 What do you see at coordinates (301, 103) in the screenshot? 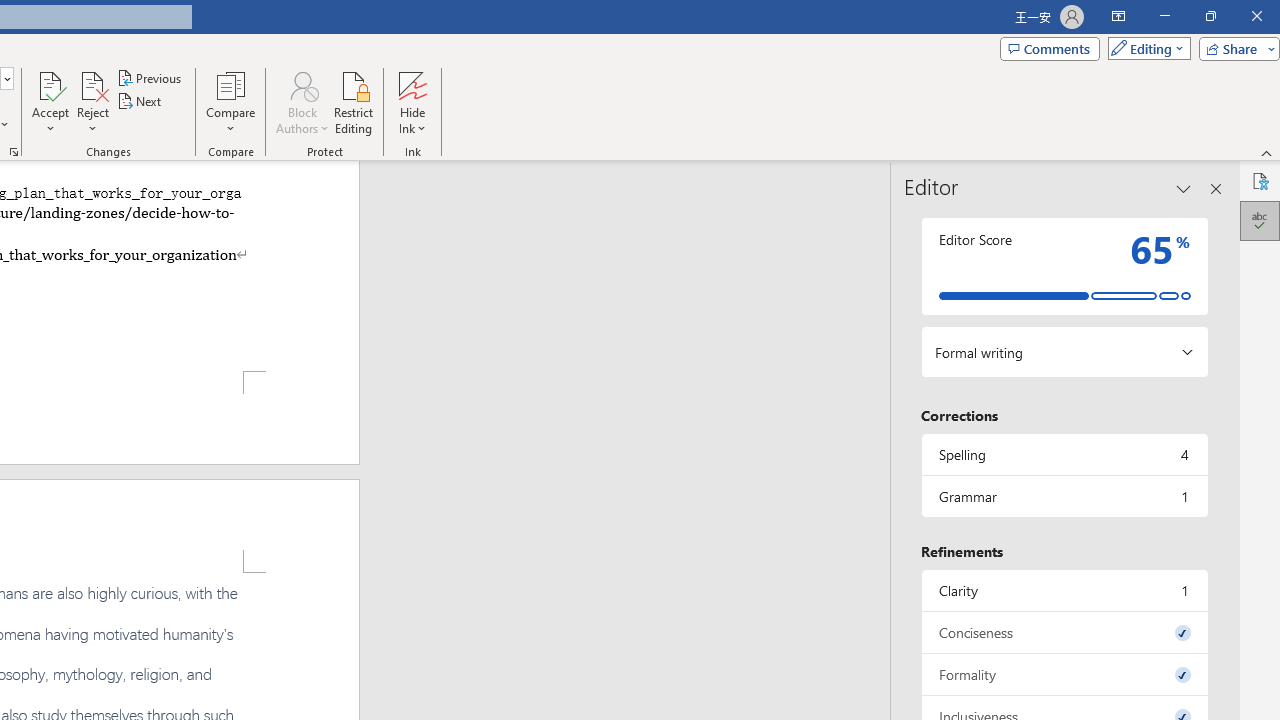
I see `'Block Authors'` at bounding box center [301, 103].